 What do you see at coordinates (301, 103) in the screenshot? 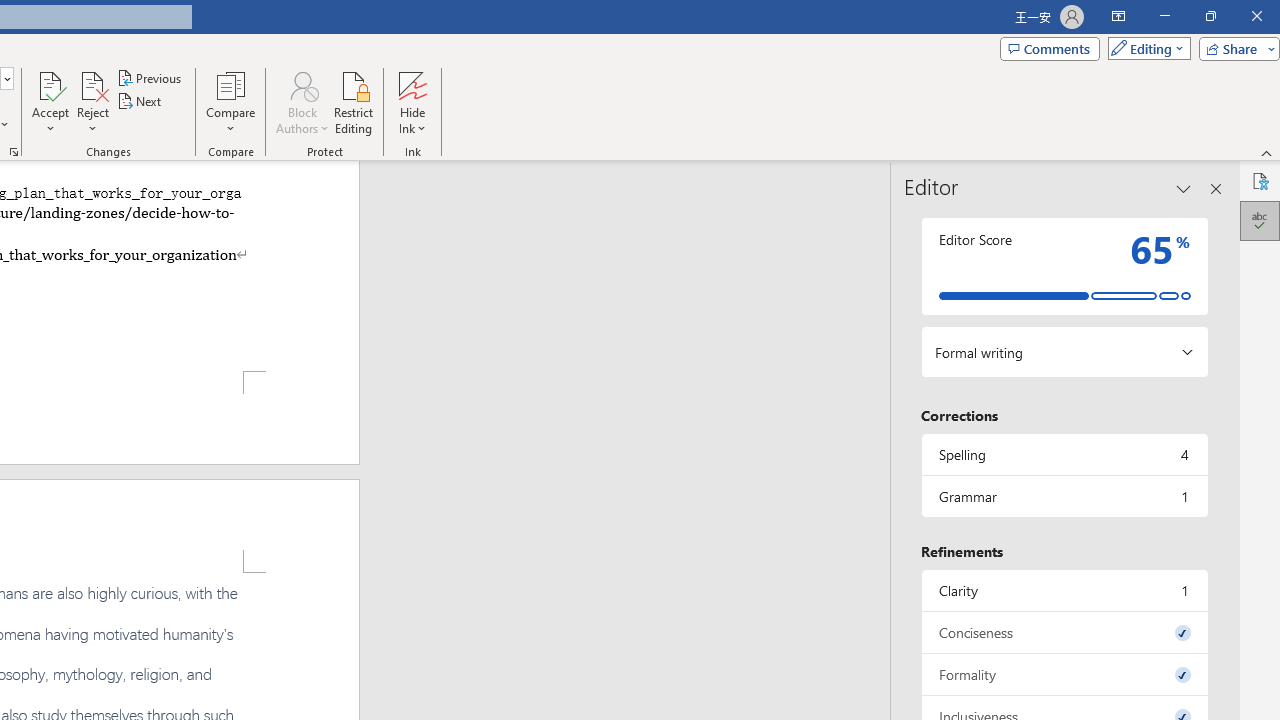
I see `'Block Authors'` at bounding box center [301, 103].